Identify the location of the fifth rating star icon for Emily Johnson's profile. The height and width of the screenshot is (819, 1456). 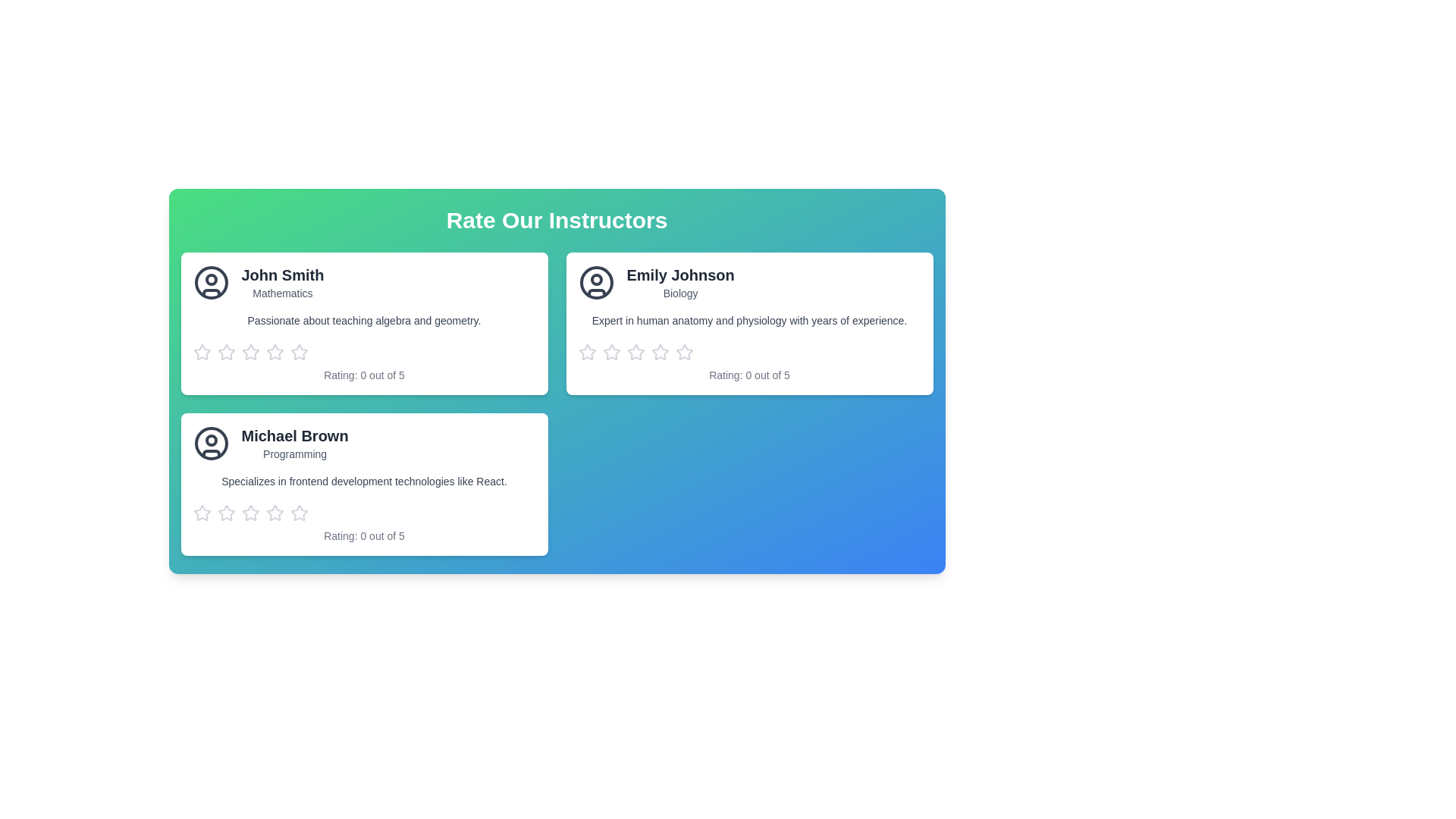
(660, 353).